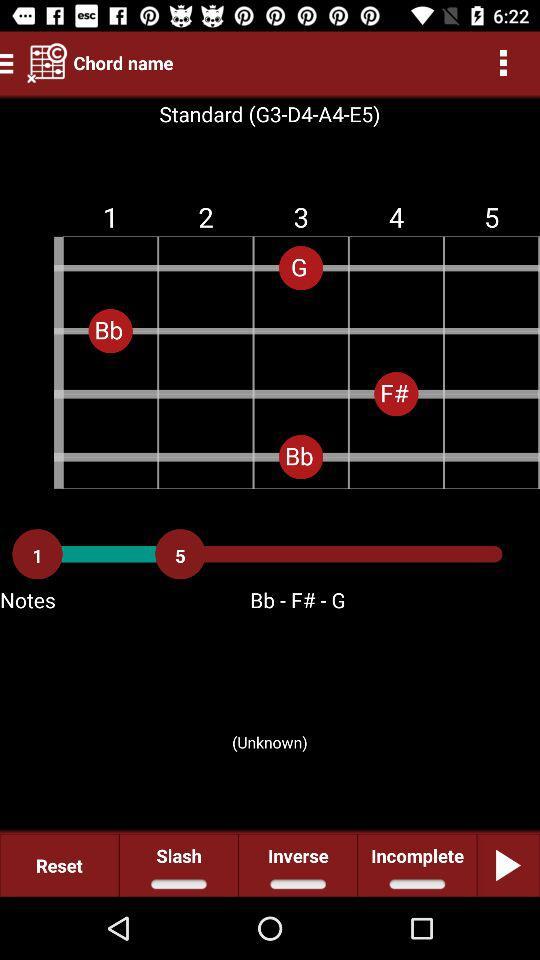 This screenshot has width=540, height=960. What do you see at coordinates (178, 864) in the screenshot?
I see `icon to the left of inverse` at bounding box center [178, 864].